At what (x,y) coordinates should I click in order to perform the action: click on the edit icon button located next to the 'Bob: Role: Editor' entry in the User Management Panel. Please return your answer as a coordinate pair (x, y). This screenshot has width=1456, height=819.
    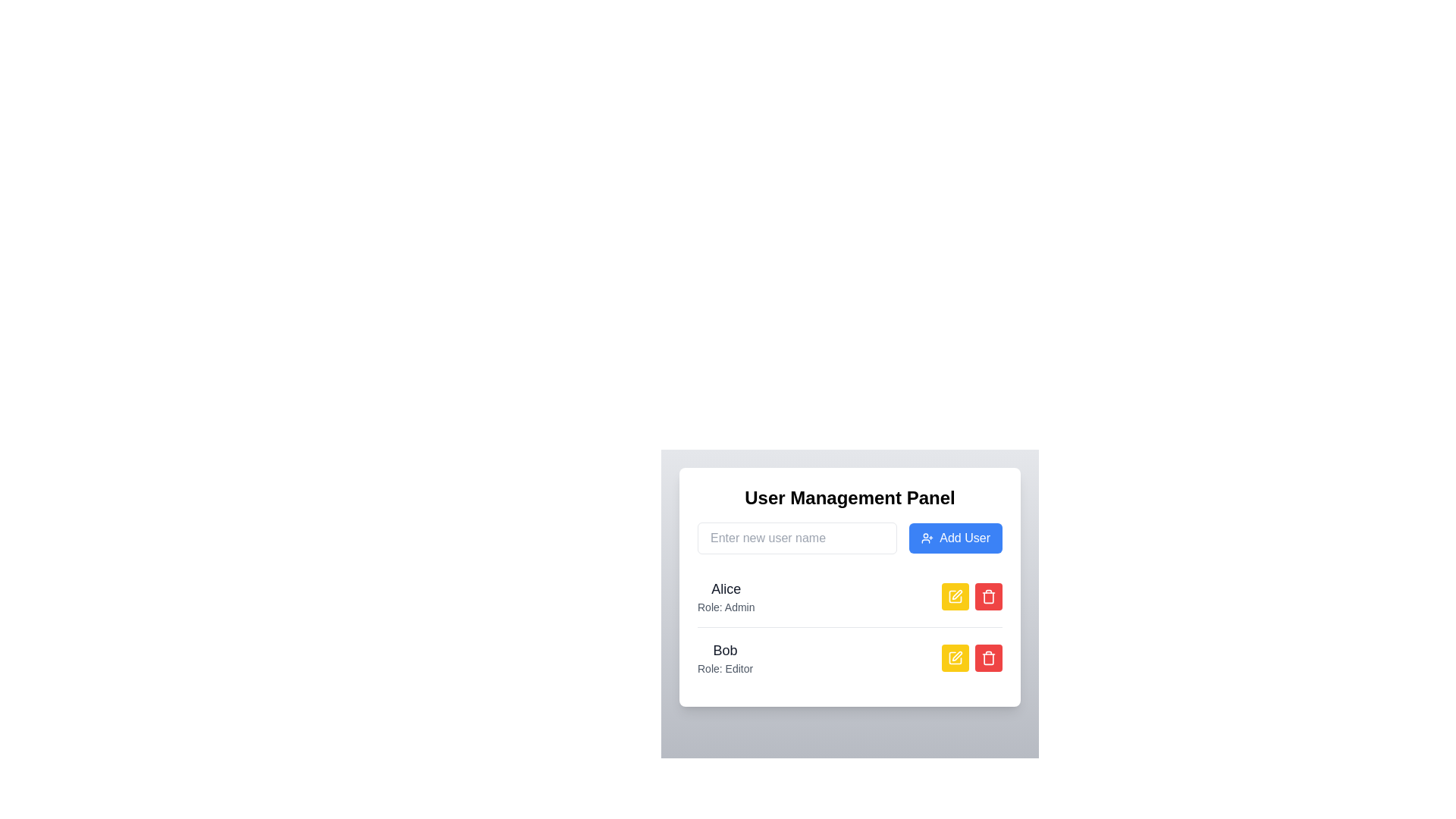
    Looking at the image, I should click on (956, 594).